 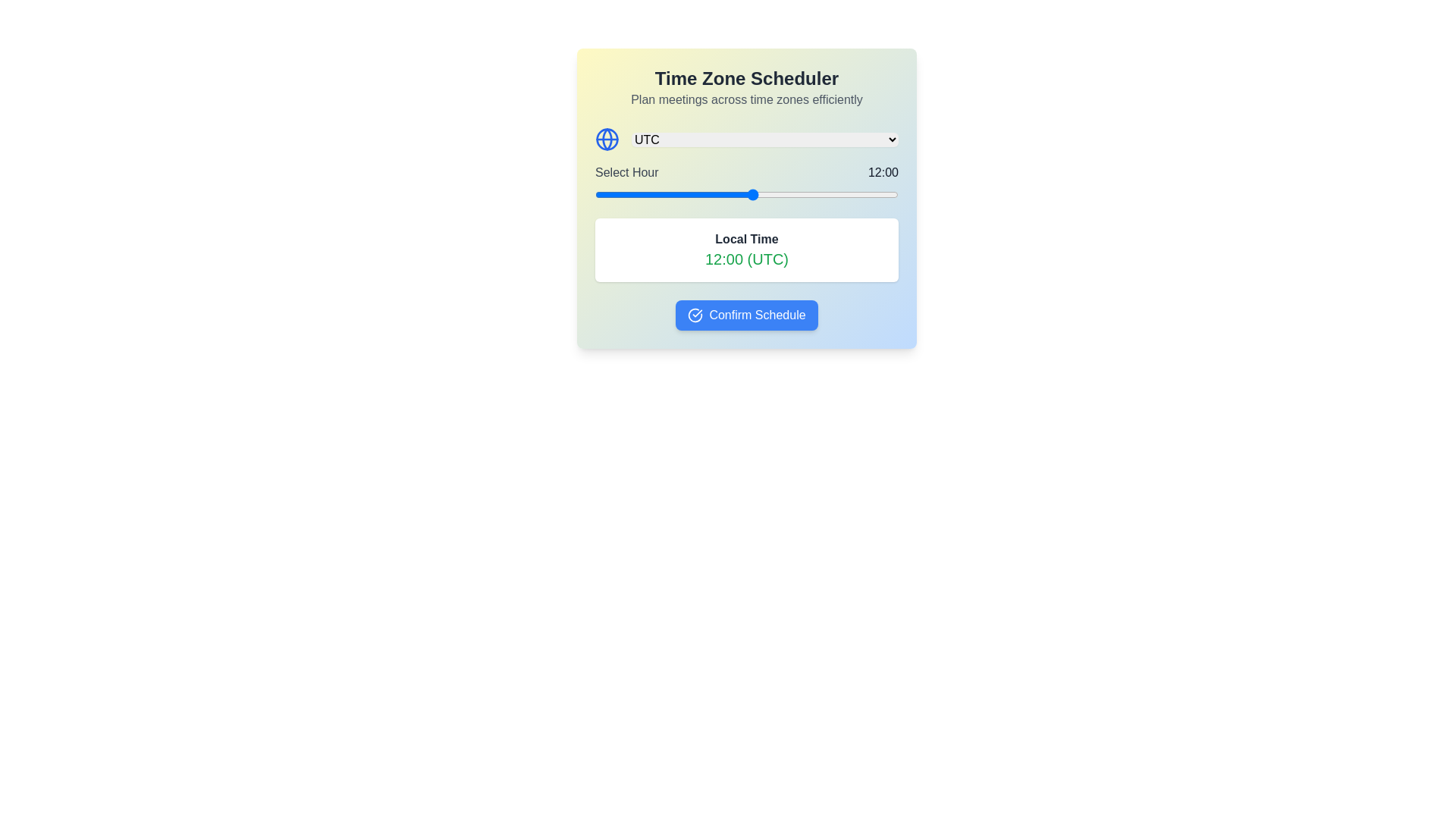 I want to click on the 'Confirm Schedule' button, which contains a circular checkmark SVG icon to its left, so click(x=695, y=315).